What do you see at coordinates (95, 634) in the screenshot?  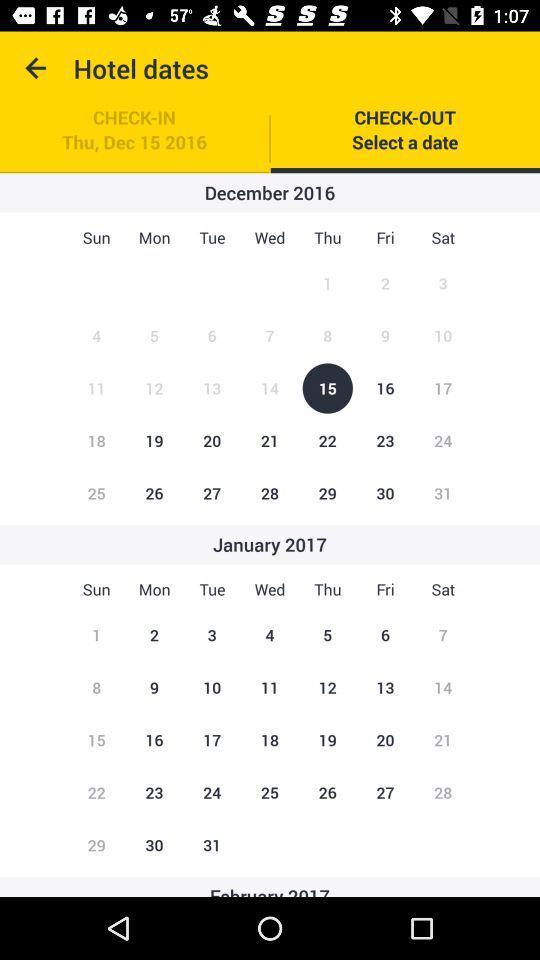 I see `number called 1 below the text sun` at bounding box center [95, 634].